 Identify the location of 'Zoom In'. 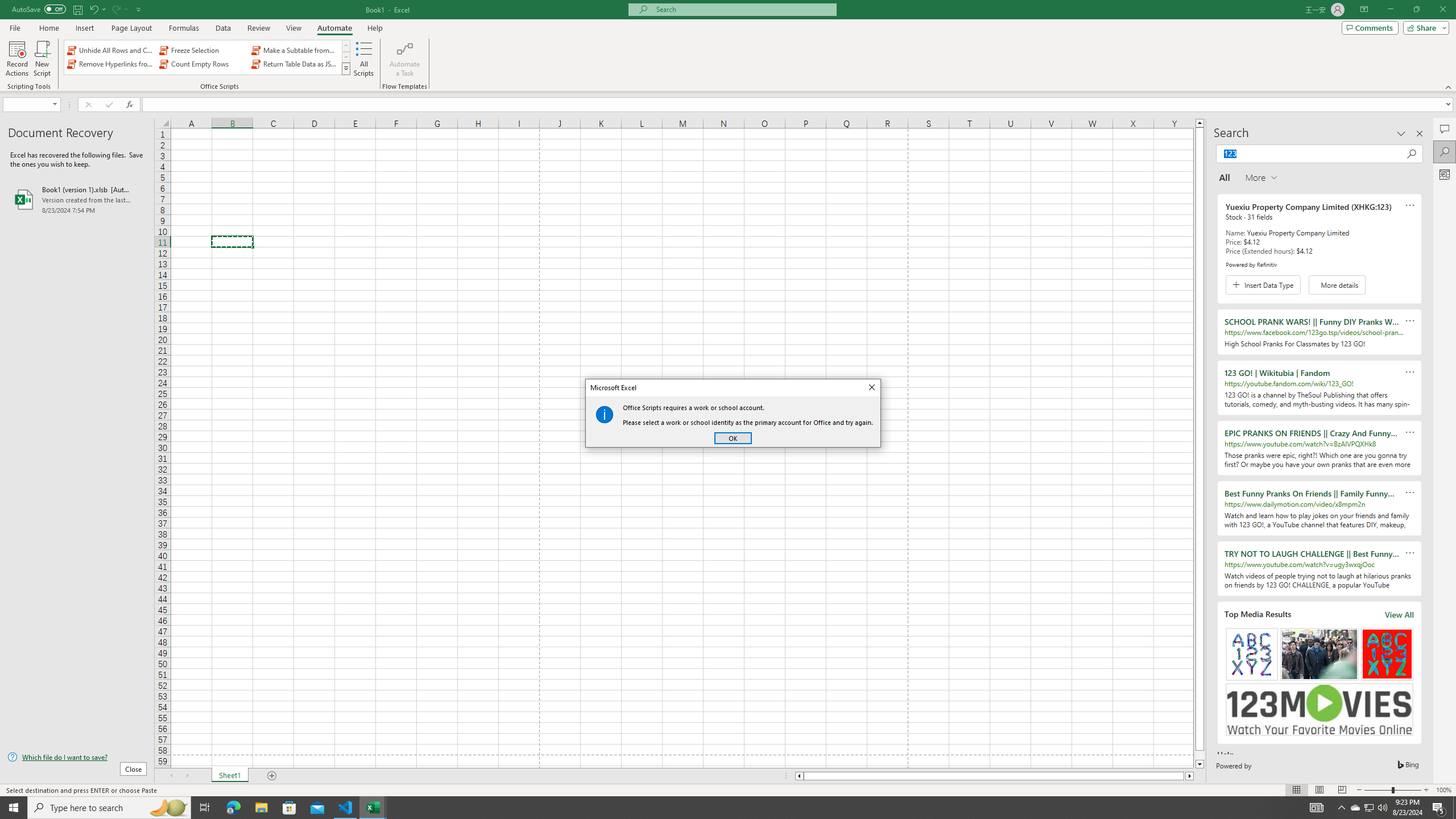
(1426, 790).